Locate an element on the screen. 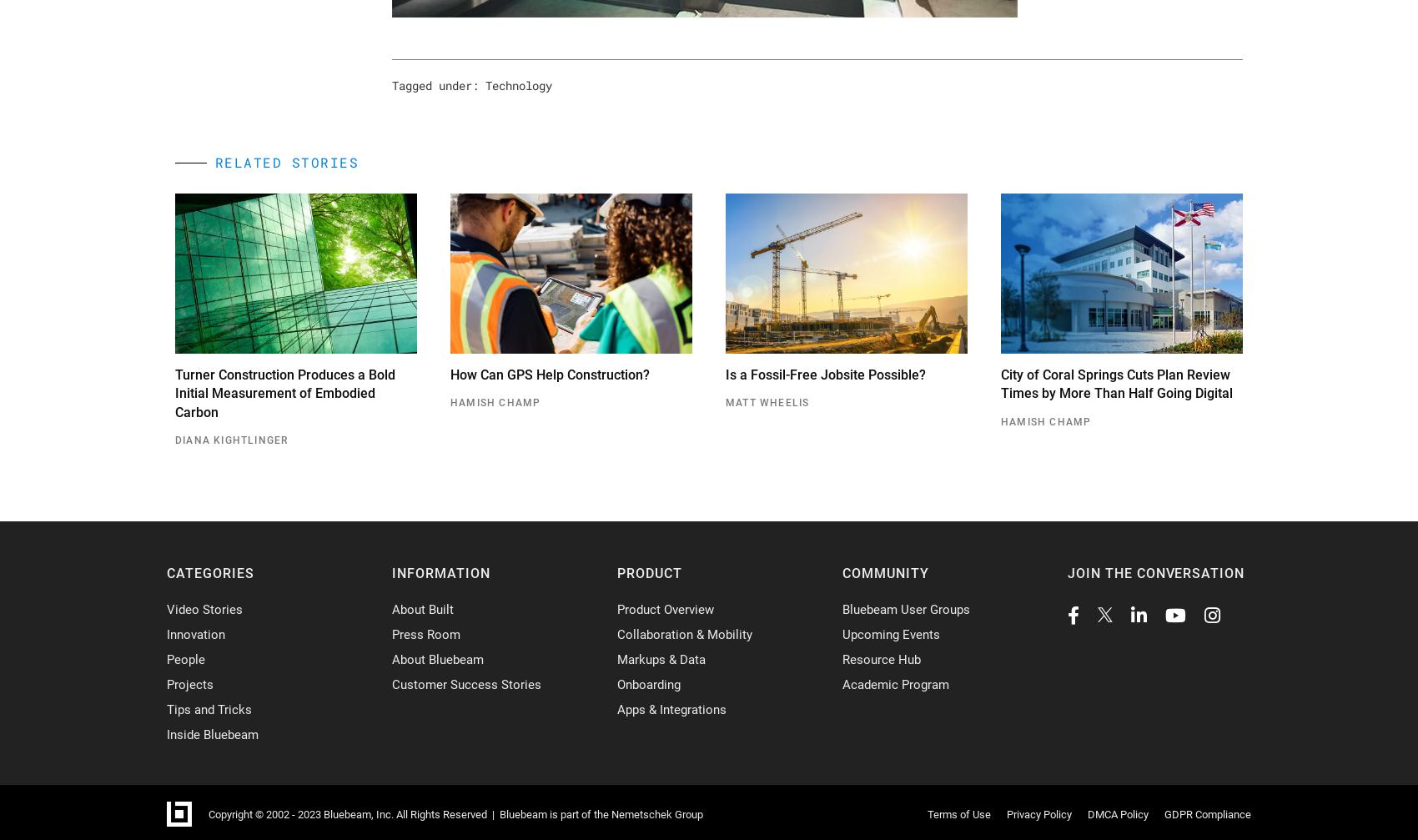  'Onboarding' is located at coordinates (647, 684).